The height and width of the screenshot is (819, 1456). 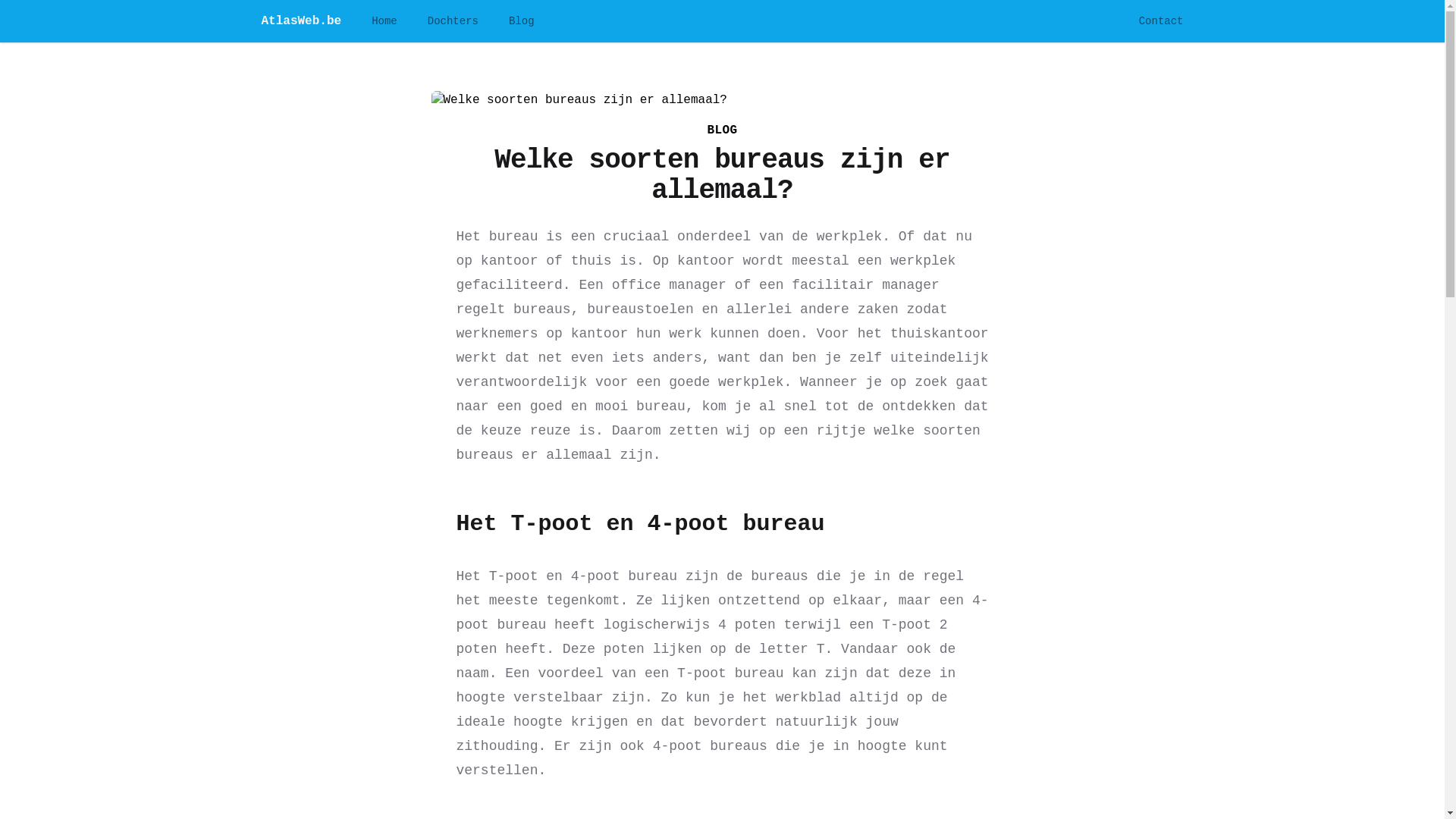 What do you see at coordinates (1160, 20) in the screenshot?
I see `'Contact'` at bounding box center [1160, 20].